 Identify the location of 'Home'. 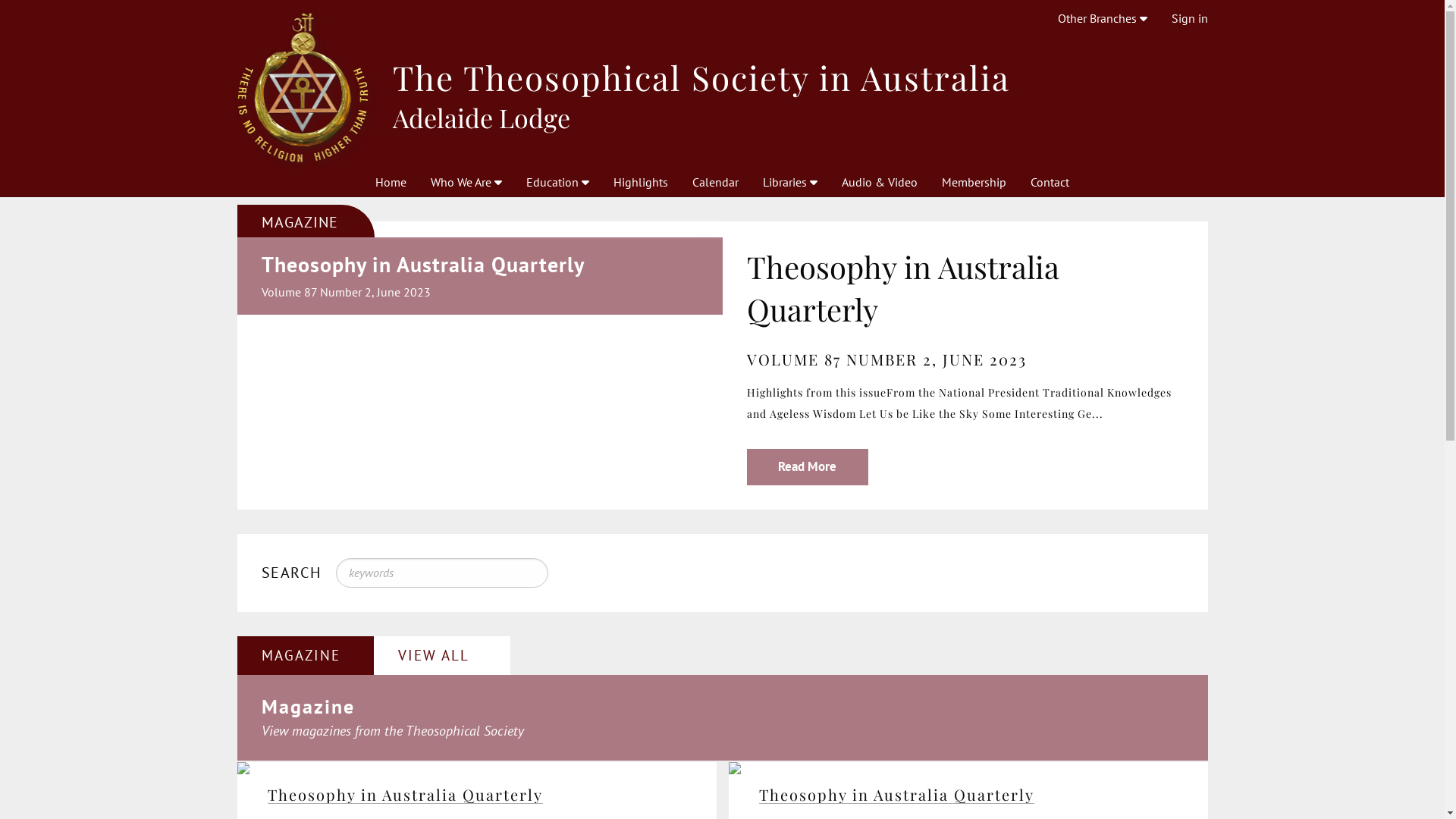
(391, 180).